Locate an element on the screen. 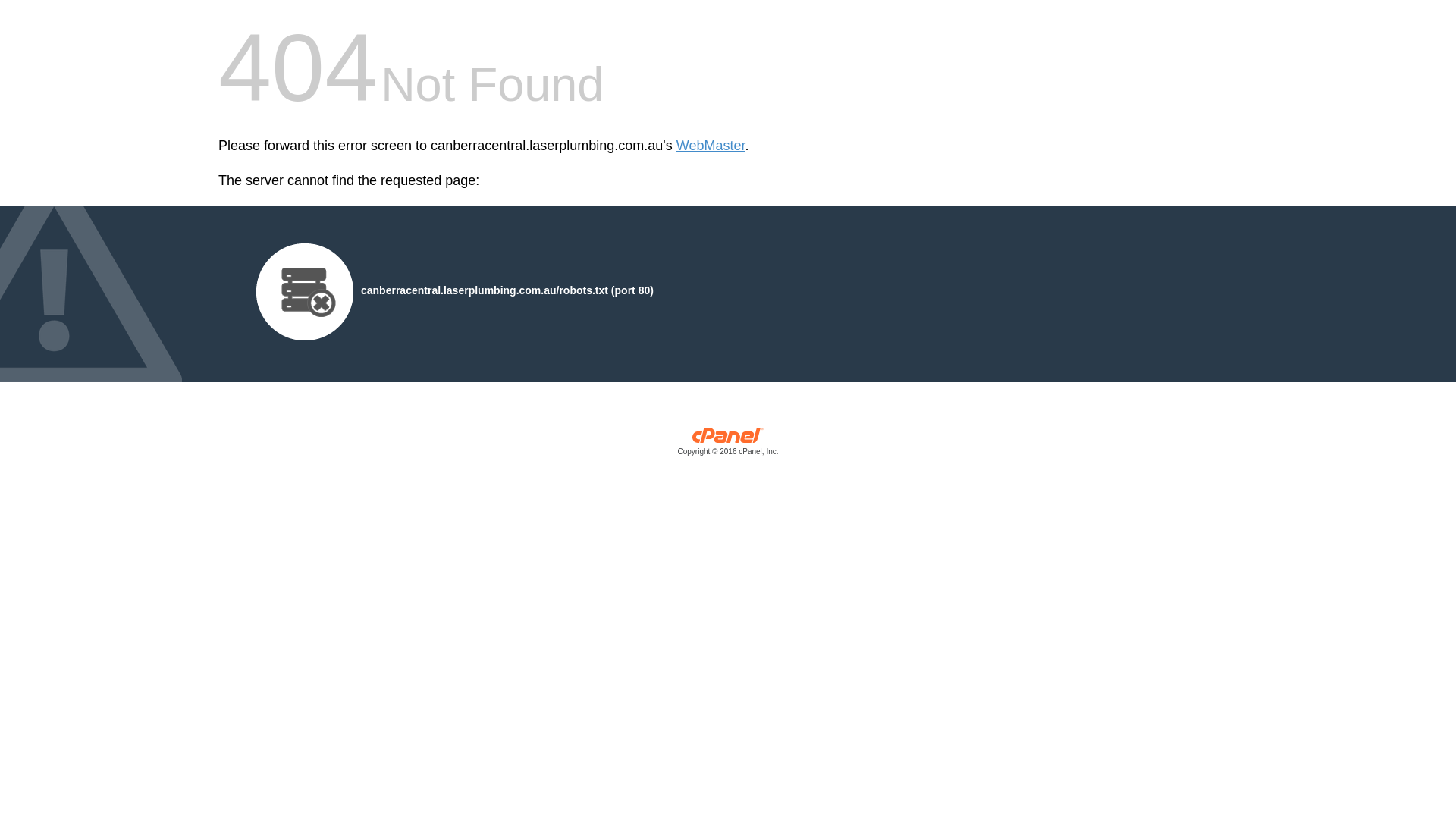 This screenshot has width=1456, height=819. 'WebMaster' is located at coordinates (710, 146).